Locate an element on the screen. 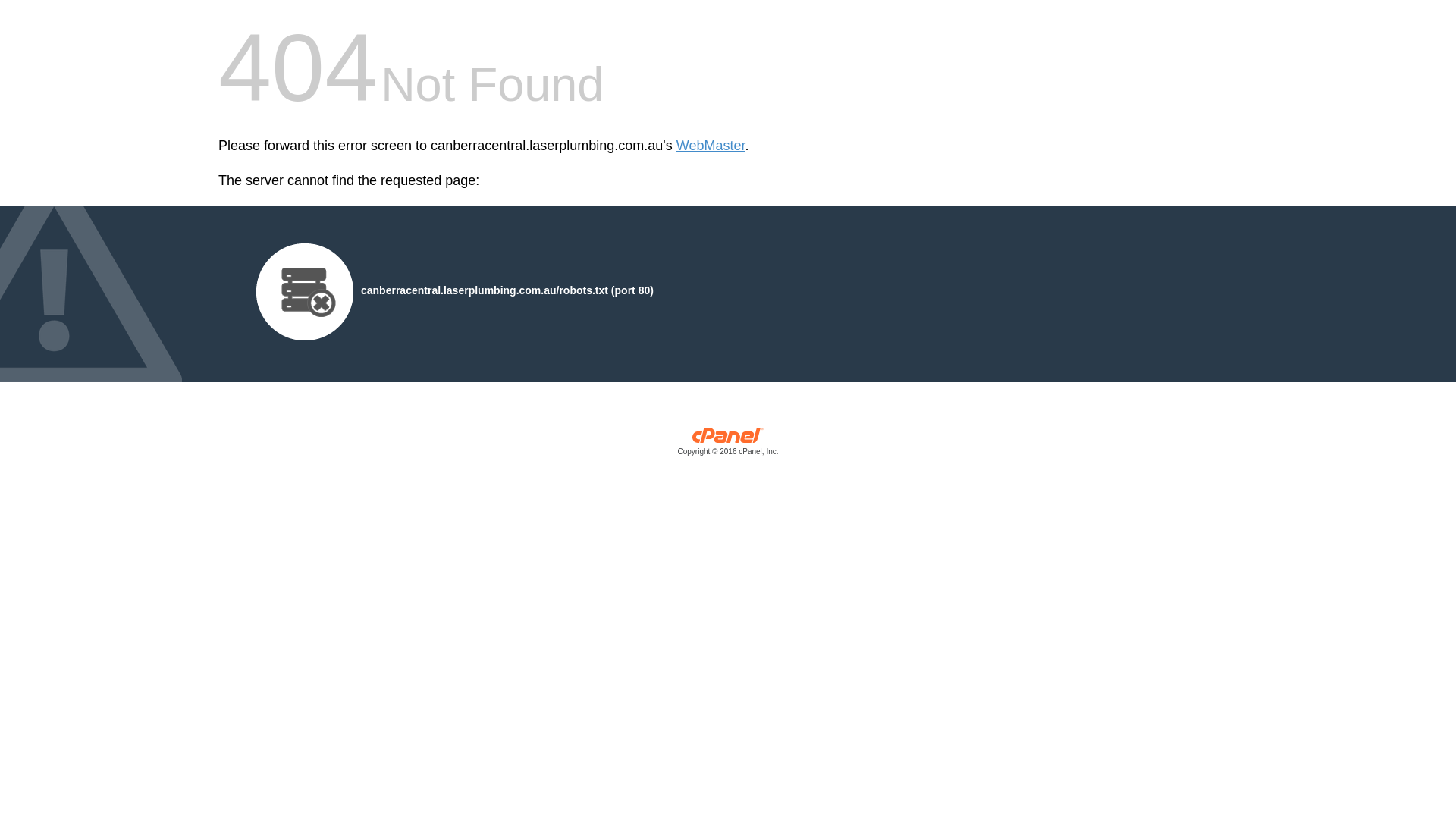 This screenshot has width=1456, height=819. 'WebMaster' is located at coordinates (710, 146).